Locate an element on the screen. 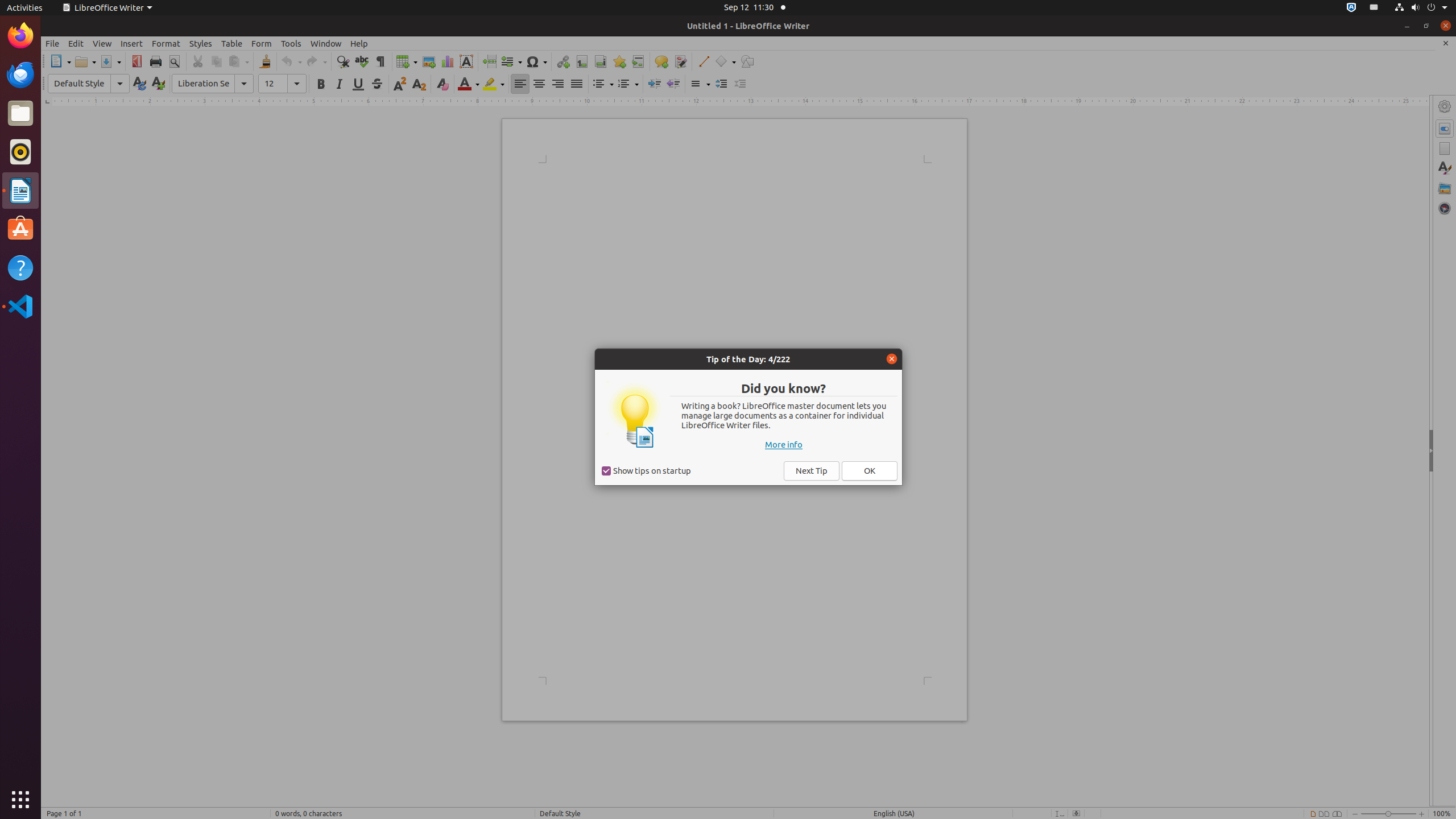  'Firefox Web Browser' is located at coordinates (20, 35).